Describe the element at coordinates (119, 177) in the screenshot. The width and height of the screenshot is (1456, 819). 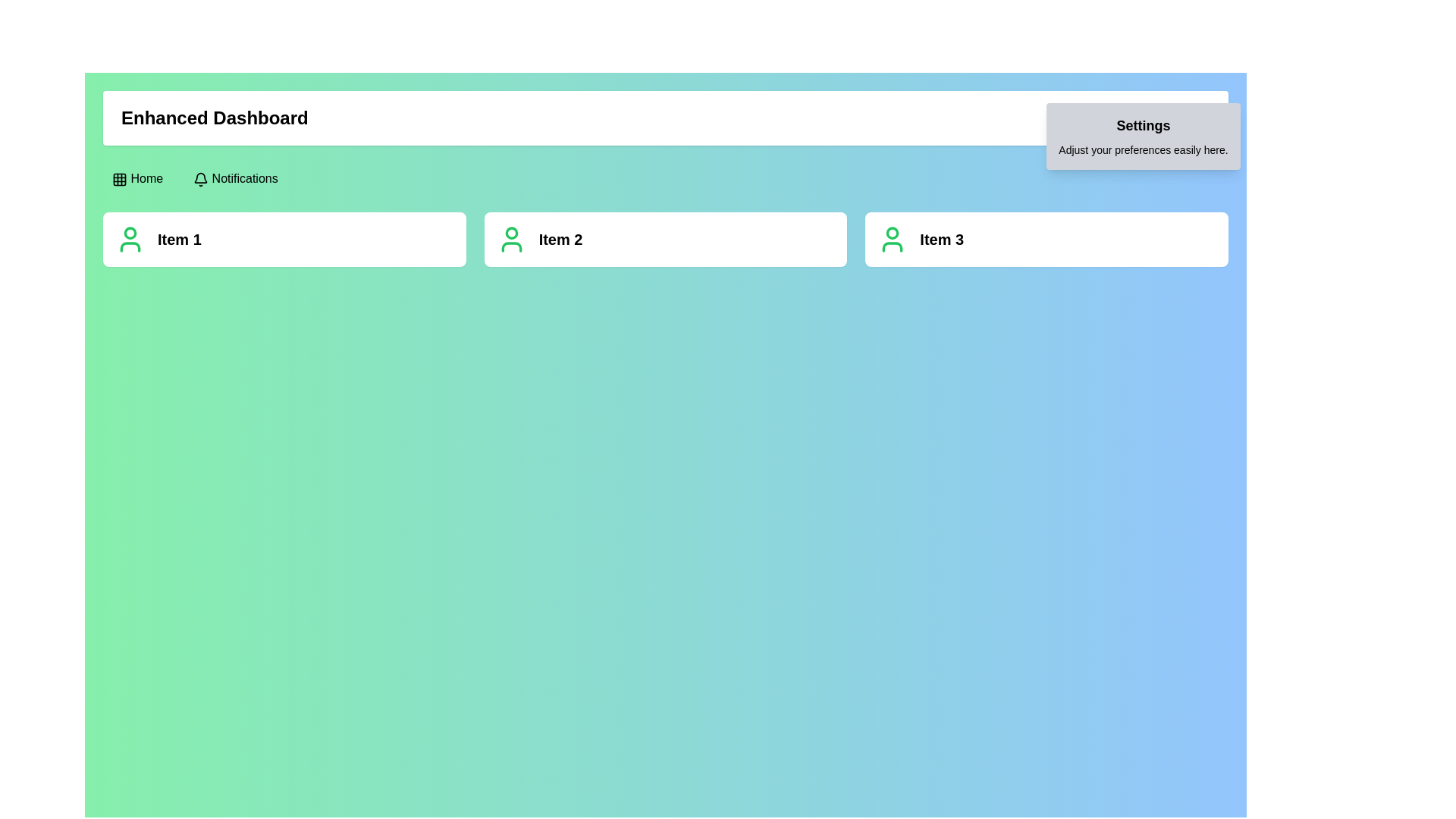
I see `the grid icon element located in the 'Home' tab section of the navigation bar, which features a black outline and a 3x3 layout of smaller squares` at that location.